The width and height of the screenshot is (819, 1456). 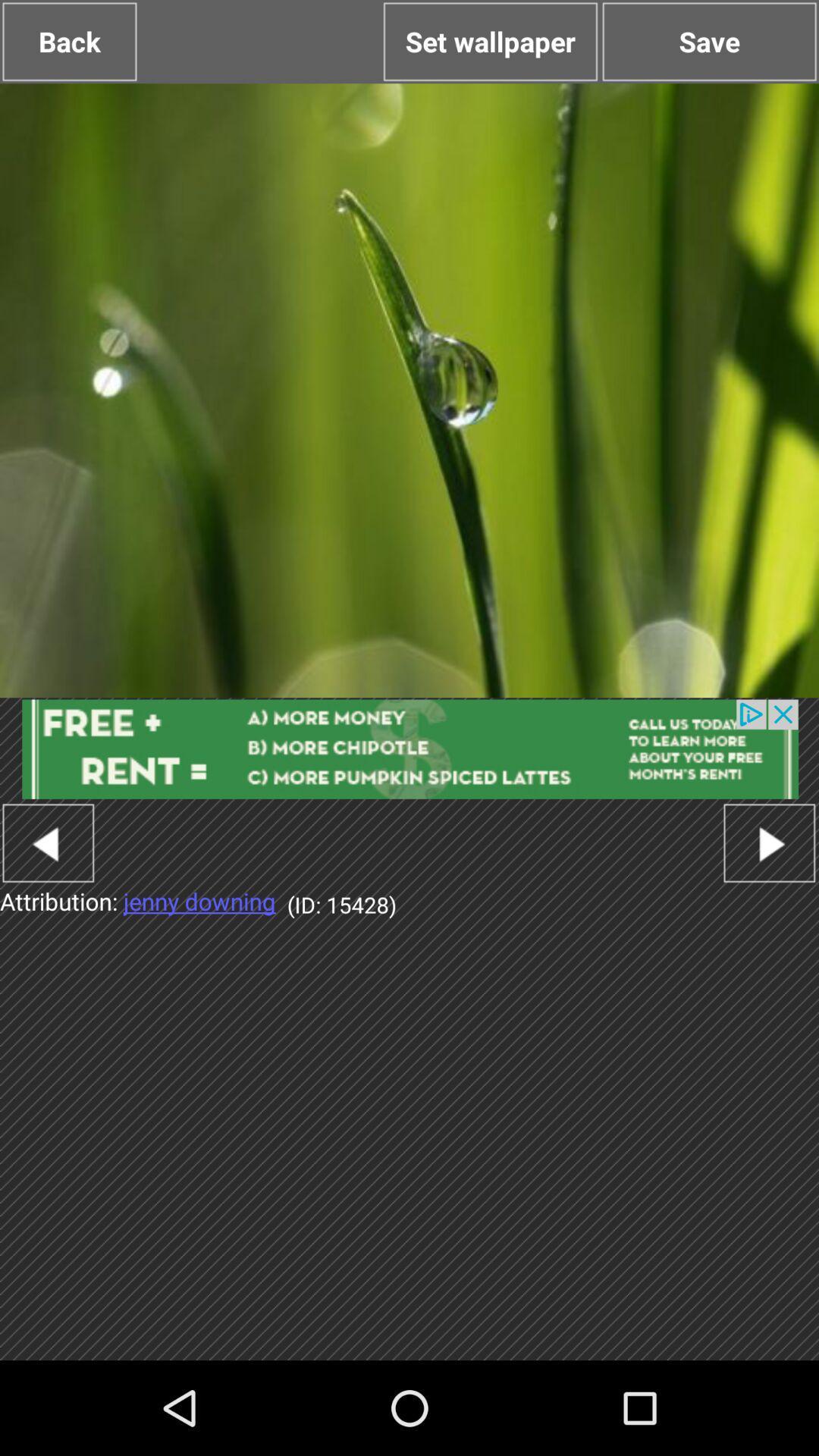 What do you see at coordinates (409, 749) in the screenshot?
I see `open` at bounding box center [409, 749].